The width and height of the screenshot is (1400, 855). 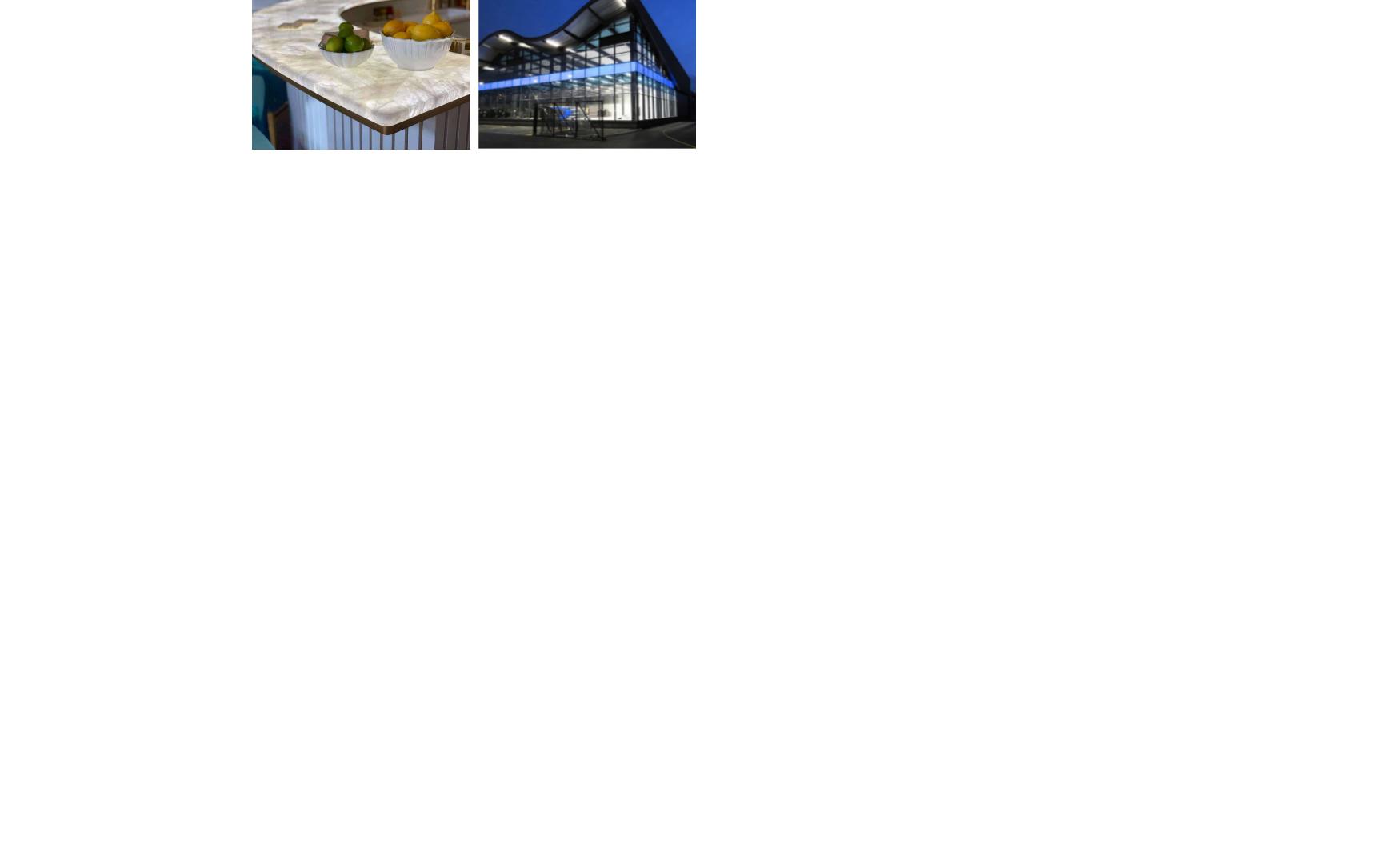 I want to click on 'Artwork by Alke Schmidt backlit using LED Light Sheet', so click(x=494, y=595).